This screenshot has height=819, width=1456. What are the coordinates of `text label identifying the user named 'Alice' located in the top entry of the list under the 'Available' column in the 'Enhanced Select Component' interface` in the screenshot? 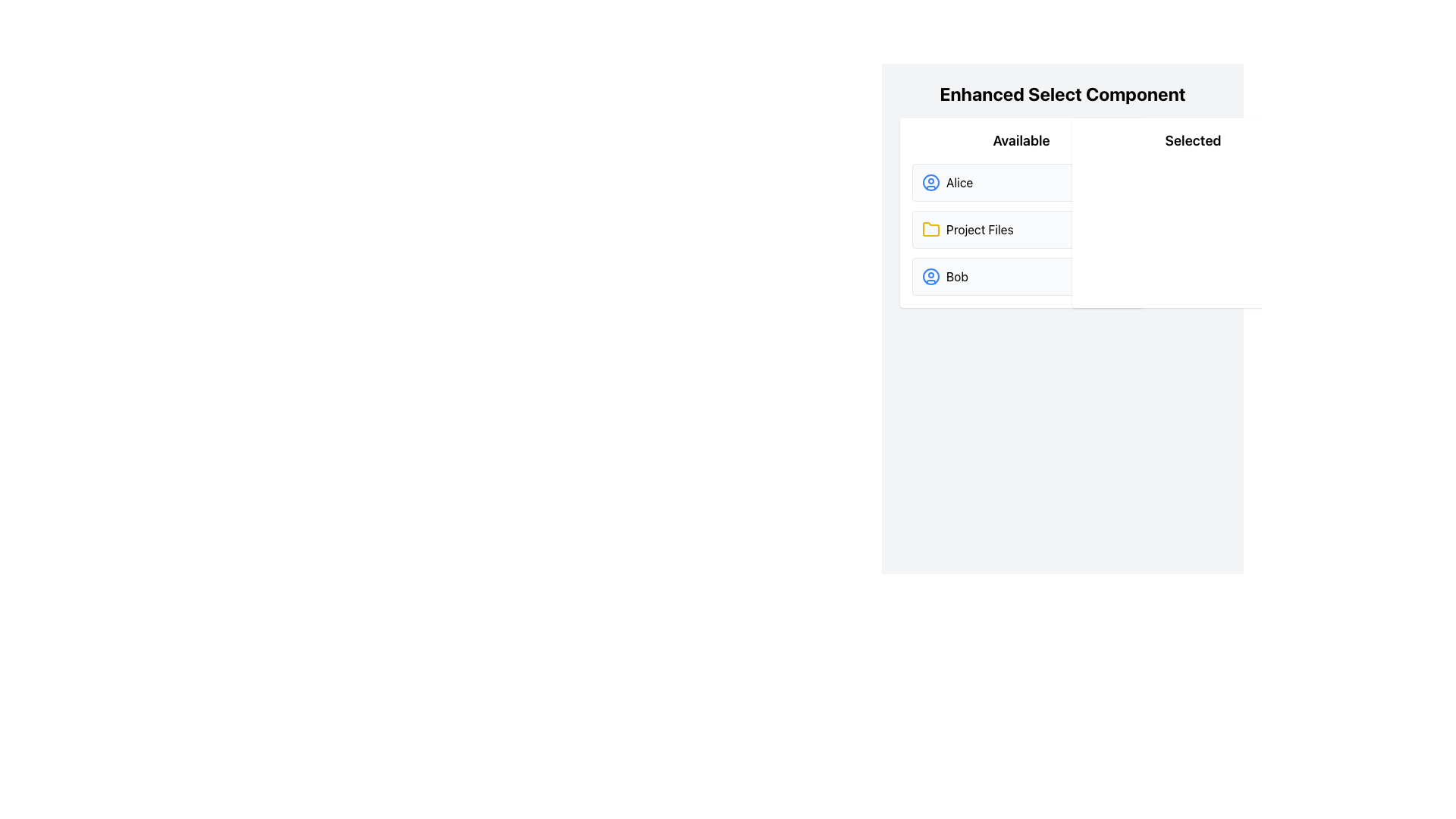 It's located at (959, 181).